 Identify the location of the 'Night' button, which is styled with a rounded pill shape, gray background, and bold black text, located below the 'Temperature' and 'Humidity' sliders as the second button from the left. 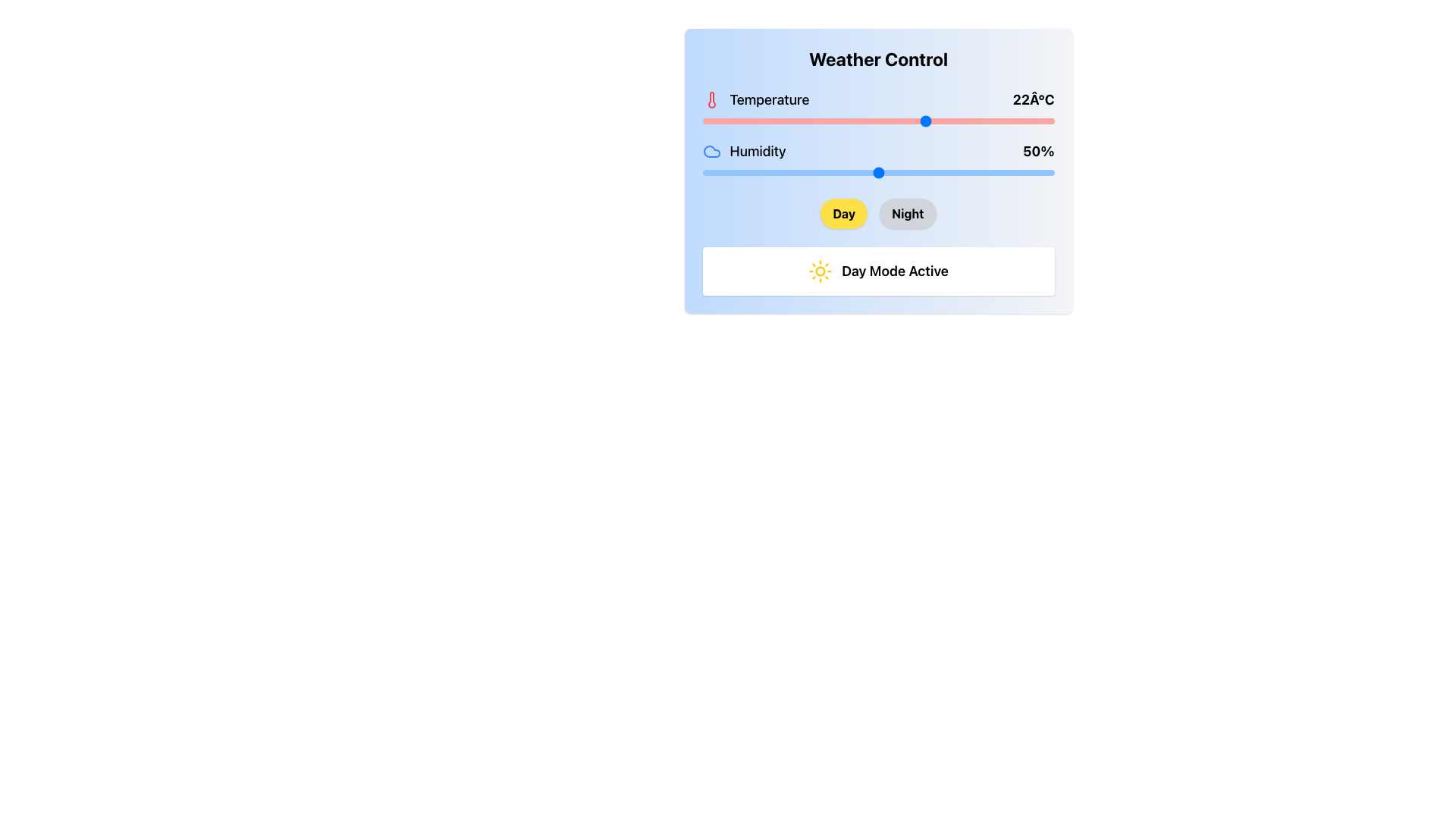
(908, 213).